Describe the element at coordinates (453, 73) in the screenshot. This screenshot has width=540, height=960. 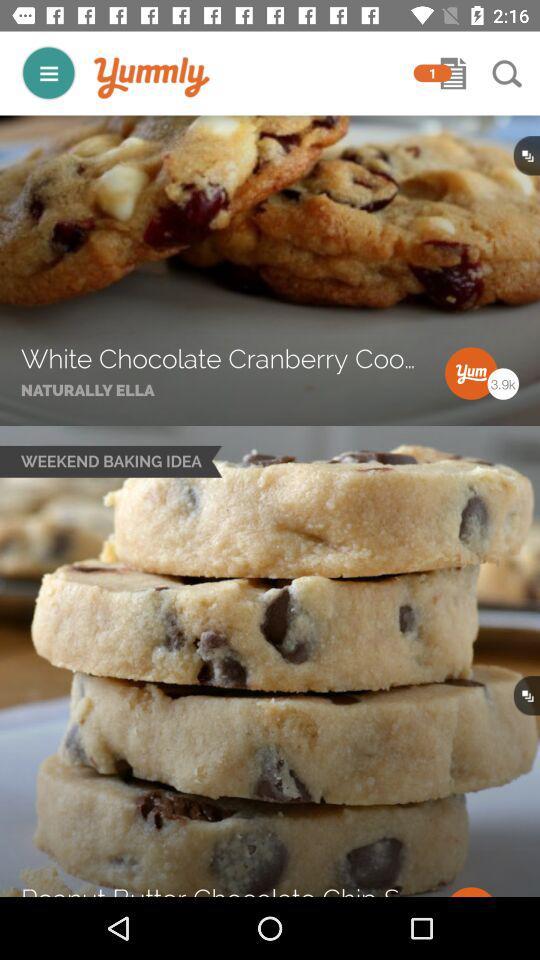
I see `notifications` at that location.